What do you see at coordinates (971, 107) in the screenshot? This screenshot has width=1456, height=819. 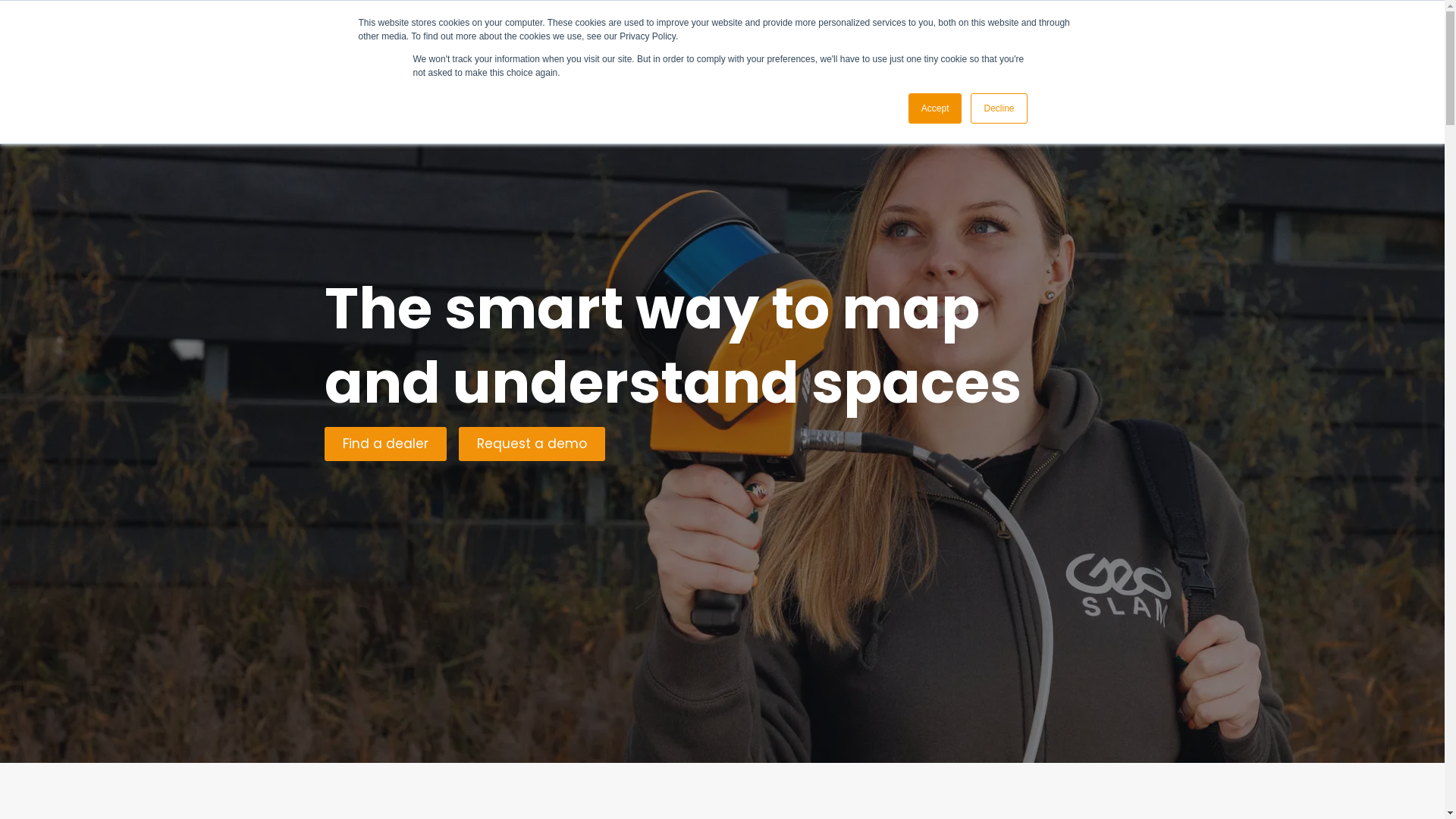 I see `'Decline'` at bounding box center [971, 107].